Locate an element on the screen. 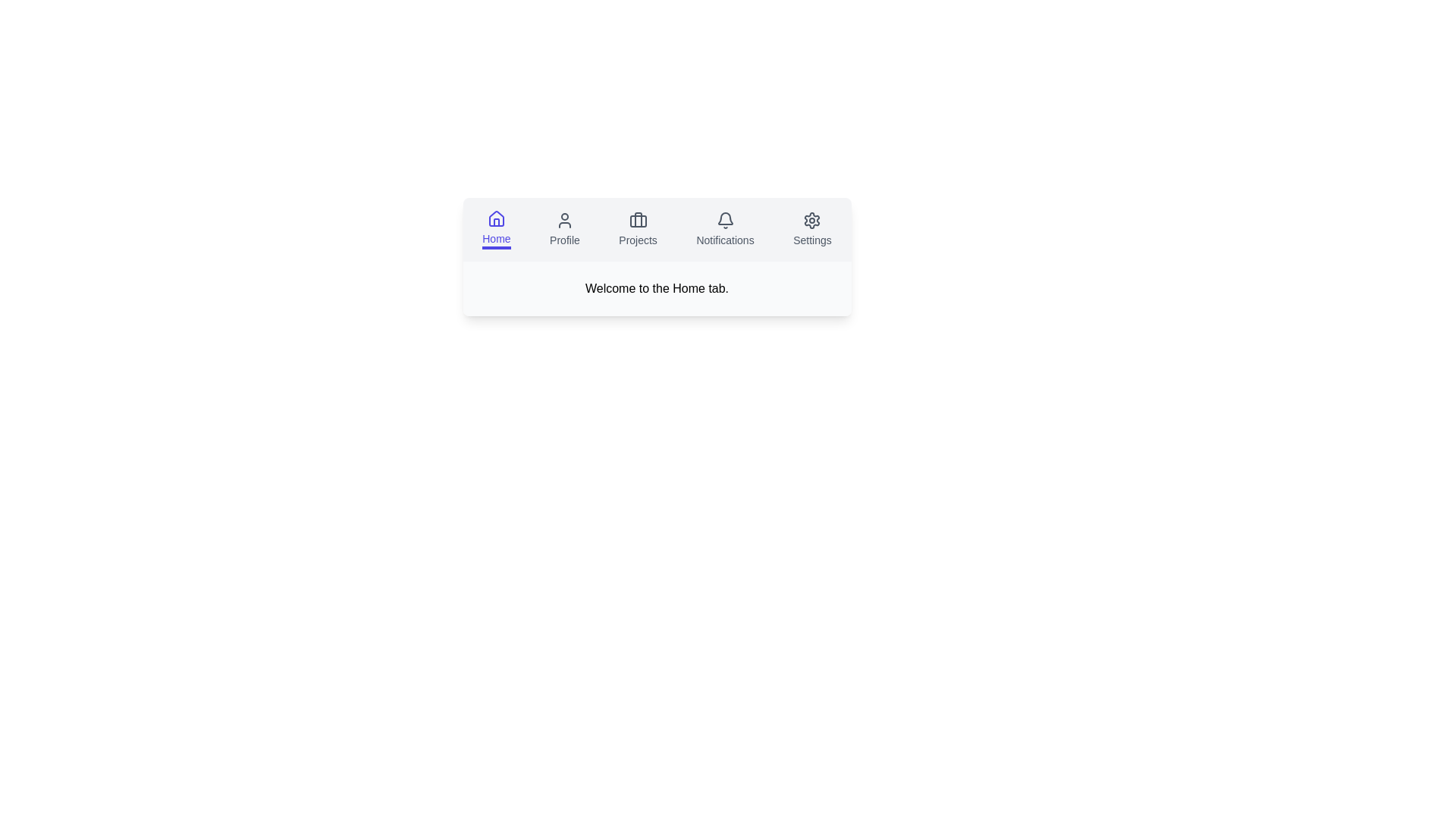  the 'Notifications' button, which features a bell icon and the text 'Notifications' in a light gray color scheme, to possibly reveal additional details is located at coordinates (724, 230).